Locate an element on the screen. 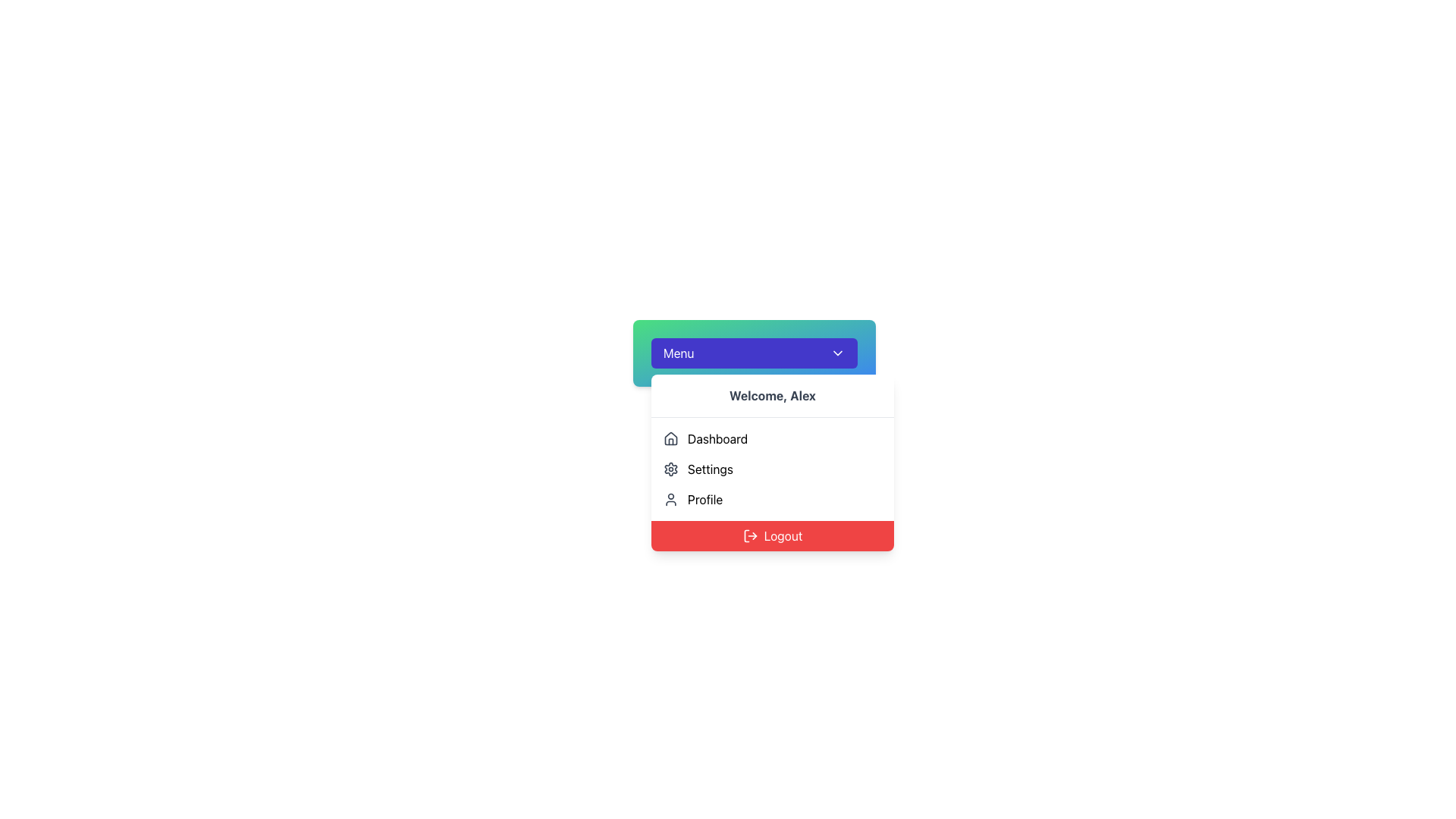 Image resolution: width=1456 pixels, height=819 pixels. the downward-facing chevron icon inside the blue 'Menu' button is located at coordinates (836, 353).